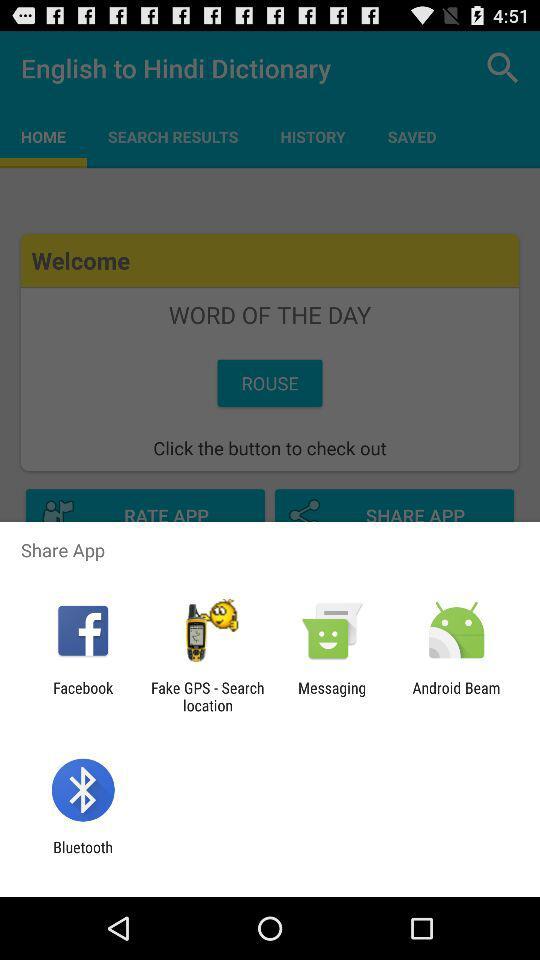  What do you see at coordinates (82, 855) in the screenshot?
I see `bluetooth icon` at bounding box center [82, 855].